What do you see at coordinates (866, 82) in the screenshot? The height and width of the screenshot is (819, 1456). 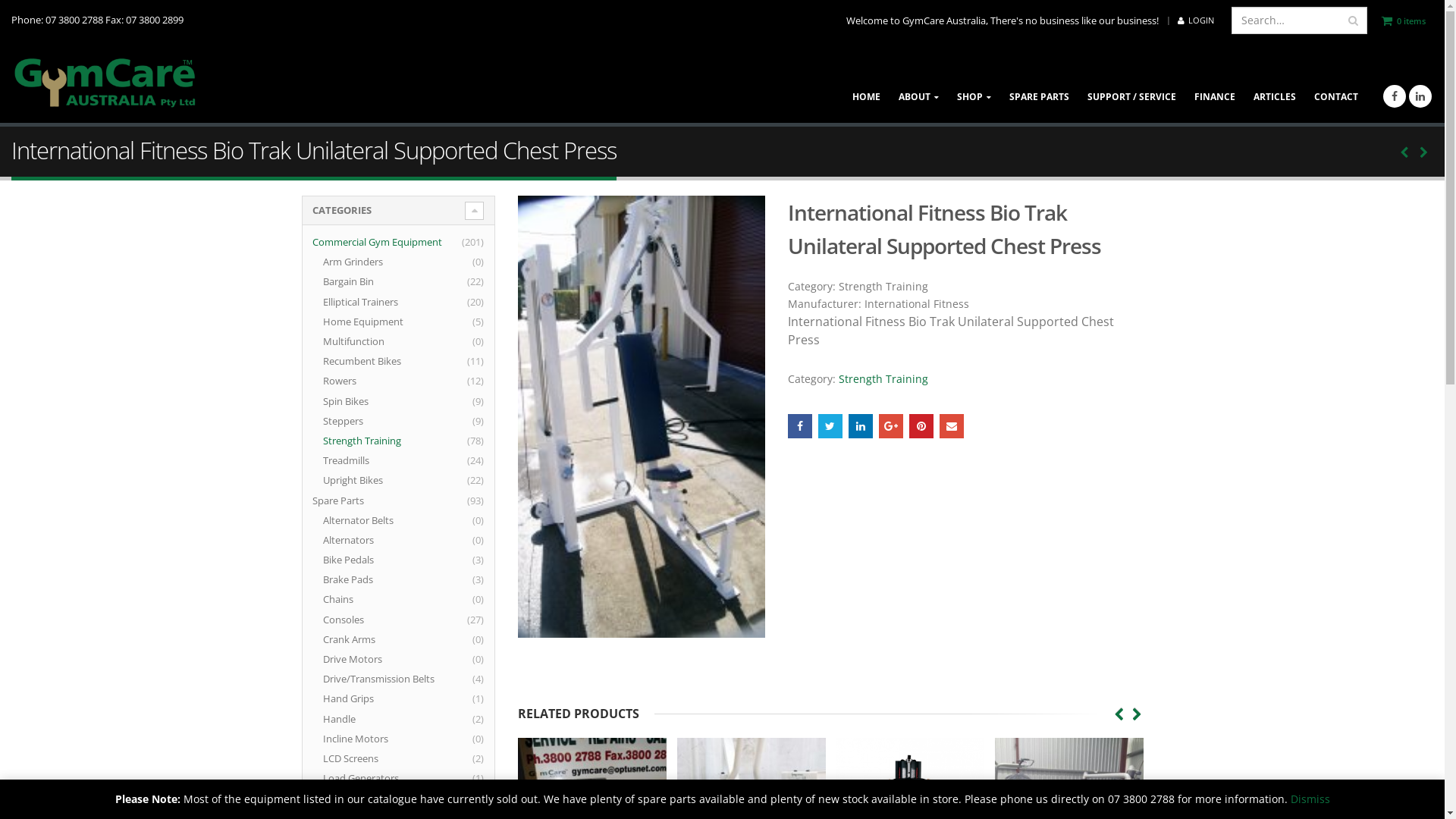 I see `'HOME'` at bounding box center [866, 82].